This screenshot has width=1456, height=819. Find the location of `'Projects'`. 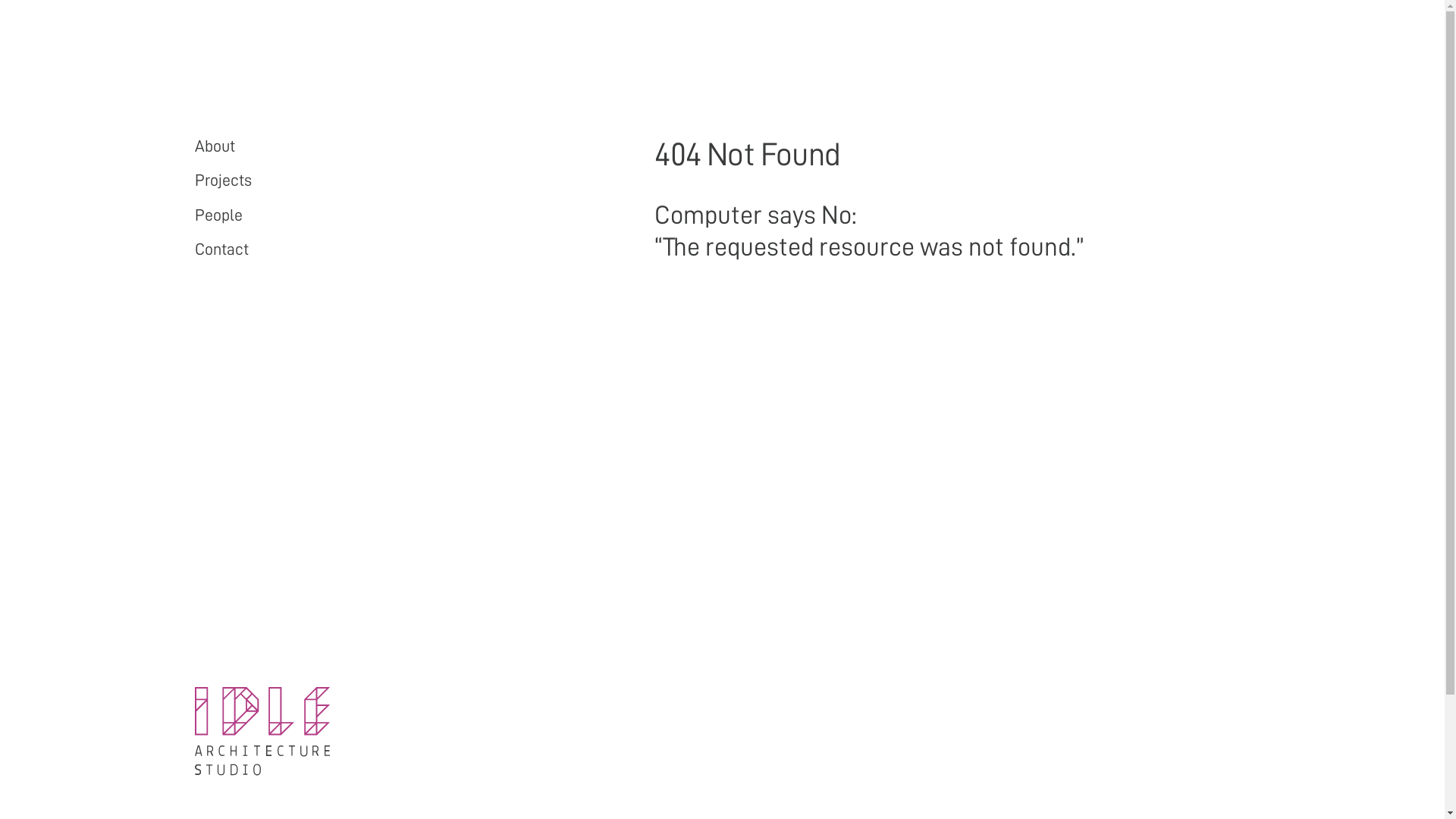

'Projects' is located at coordinates (221, 180).